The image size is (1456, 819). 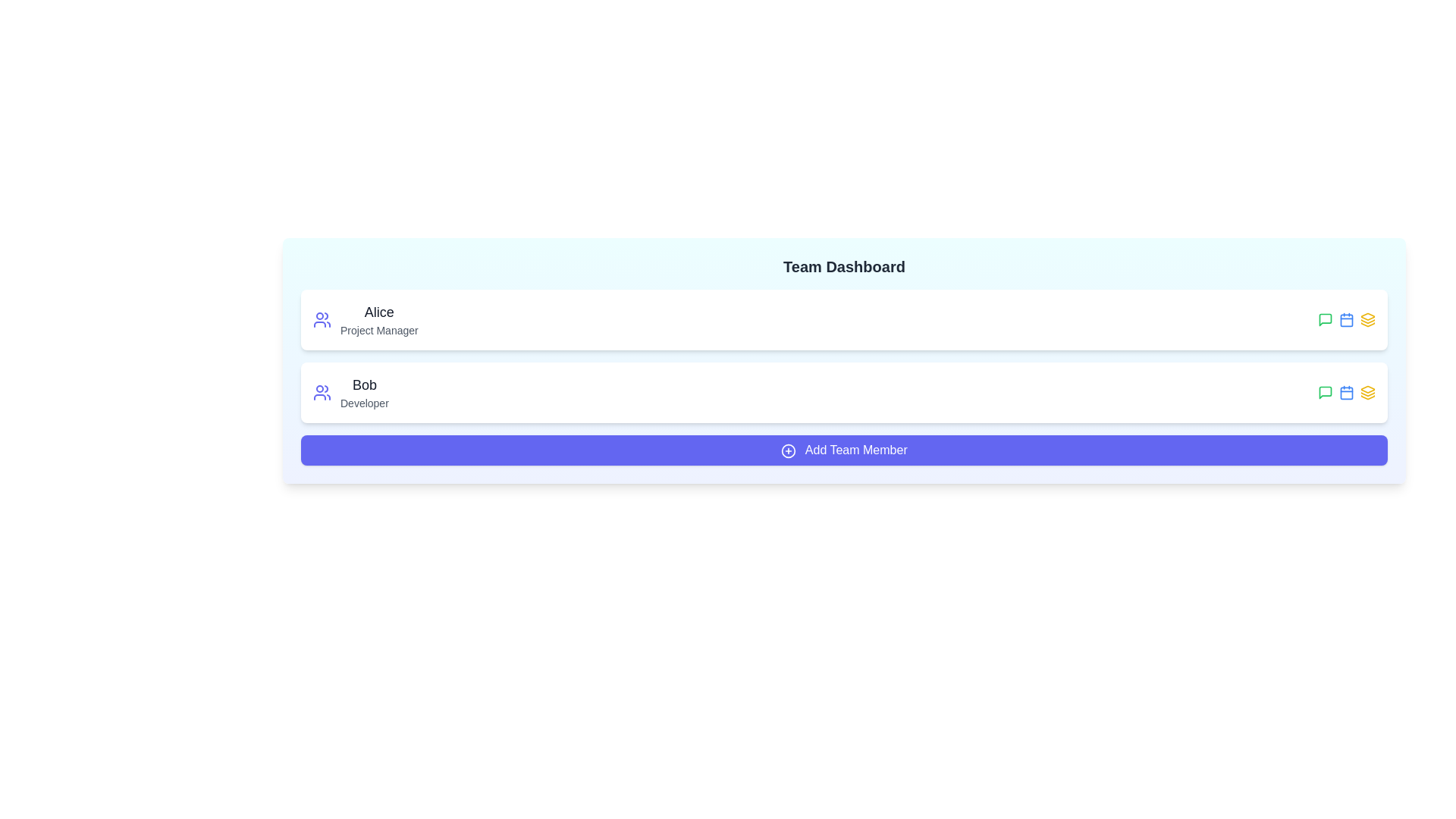 I want to click on the text label displaying 'Bob' and 'Developer' in the second user card, located slightly to the right of the user icon, so click(x=364, y=391).